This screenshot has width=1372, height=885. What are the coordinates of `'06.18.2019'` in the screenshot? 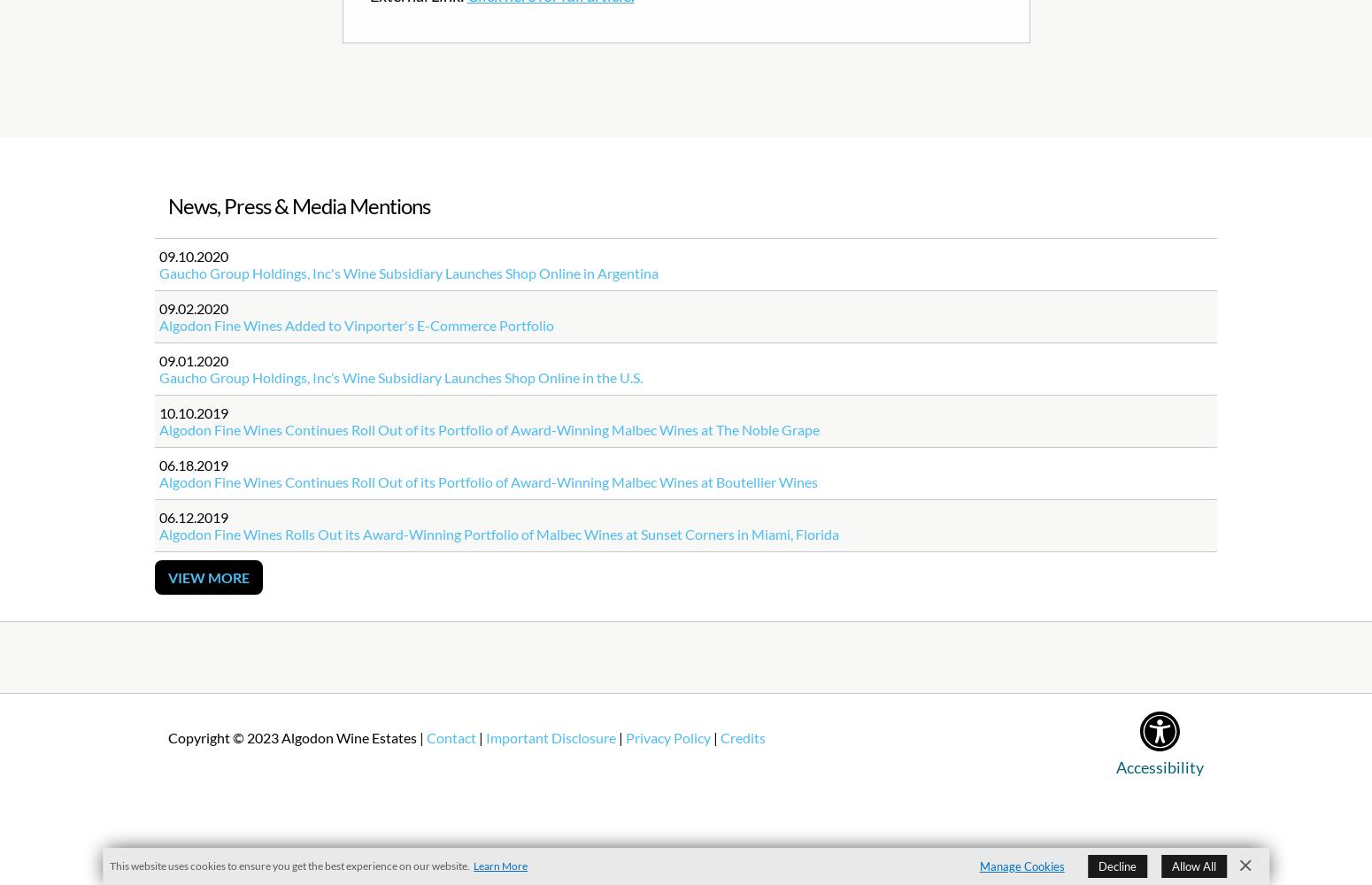 It's located at (158, 465).